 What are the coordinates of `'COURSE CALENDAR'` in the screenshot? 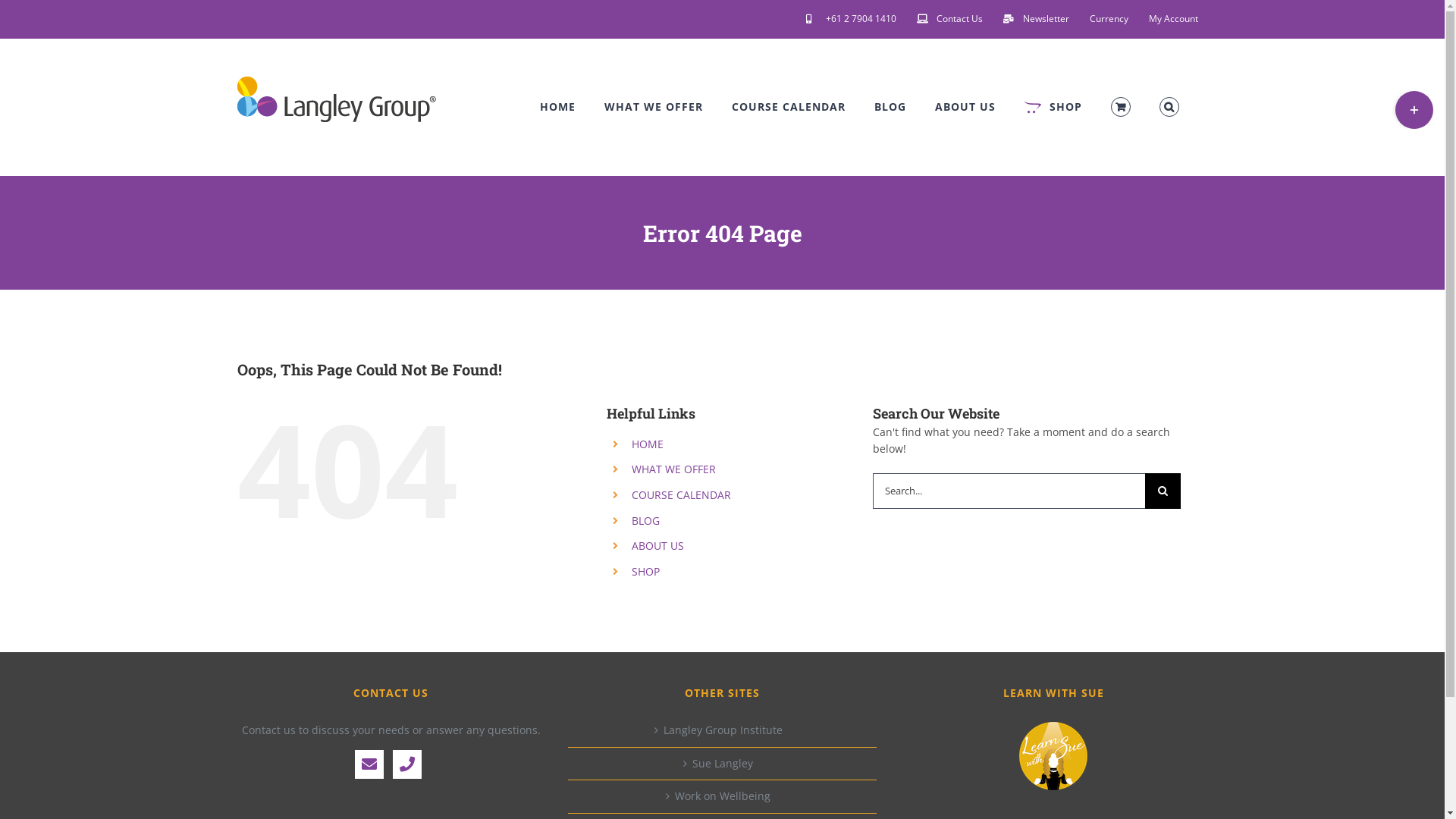 It's located at (731, 106).